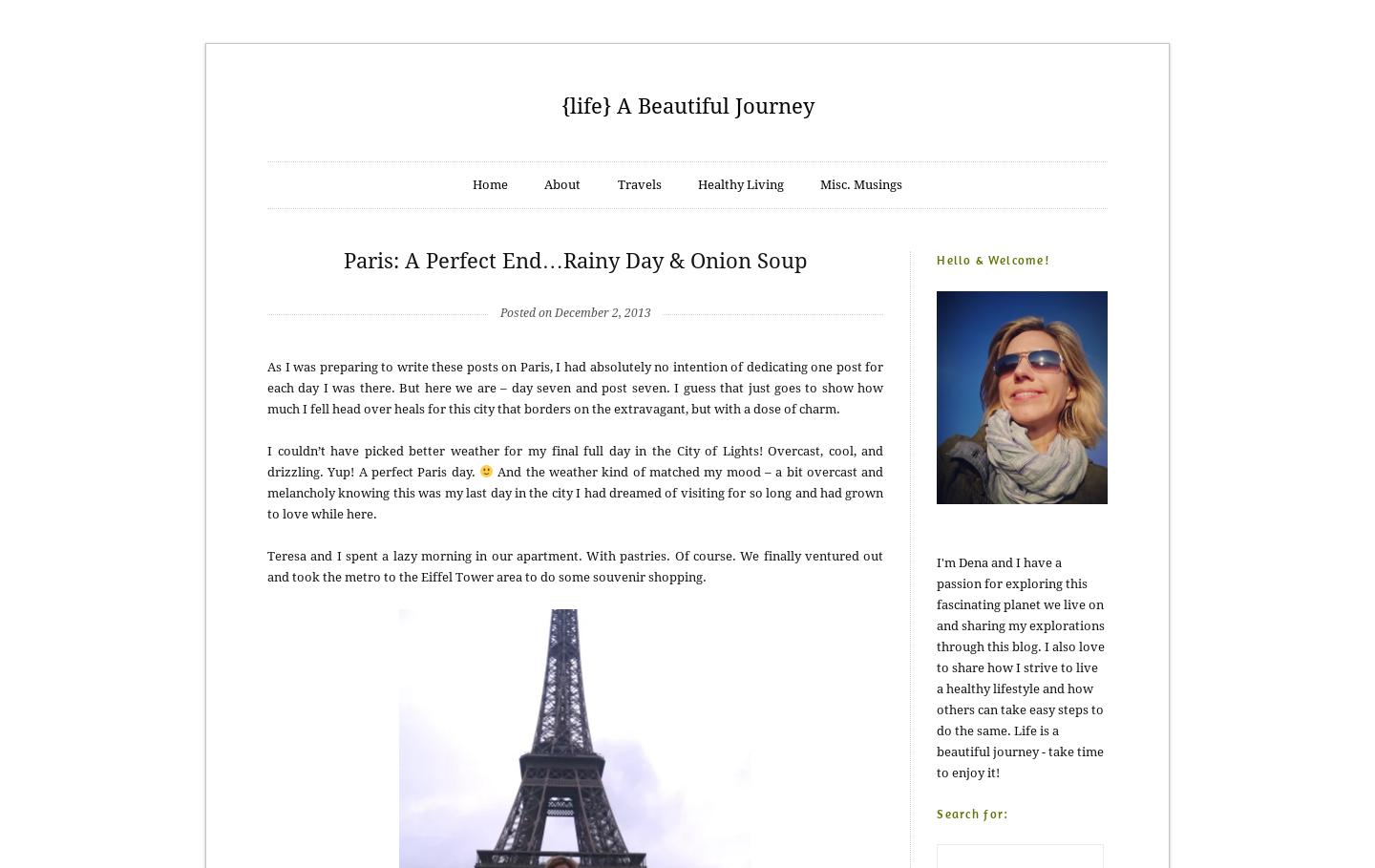 The image size is (1375, 868). What do you see at coordinates (574, 261) in the screenshot?
I see `'Paris: A Perfect End…Rainy Day & Onion Soup'` at bounding box center [574, 261].